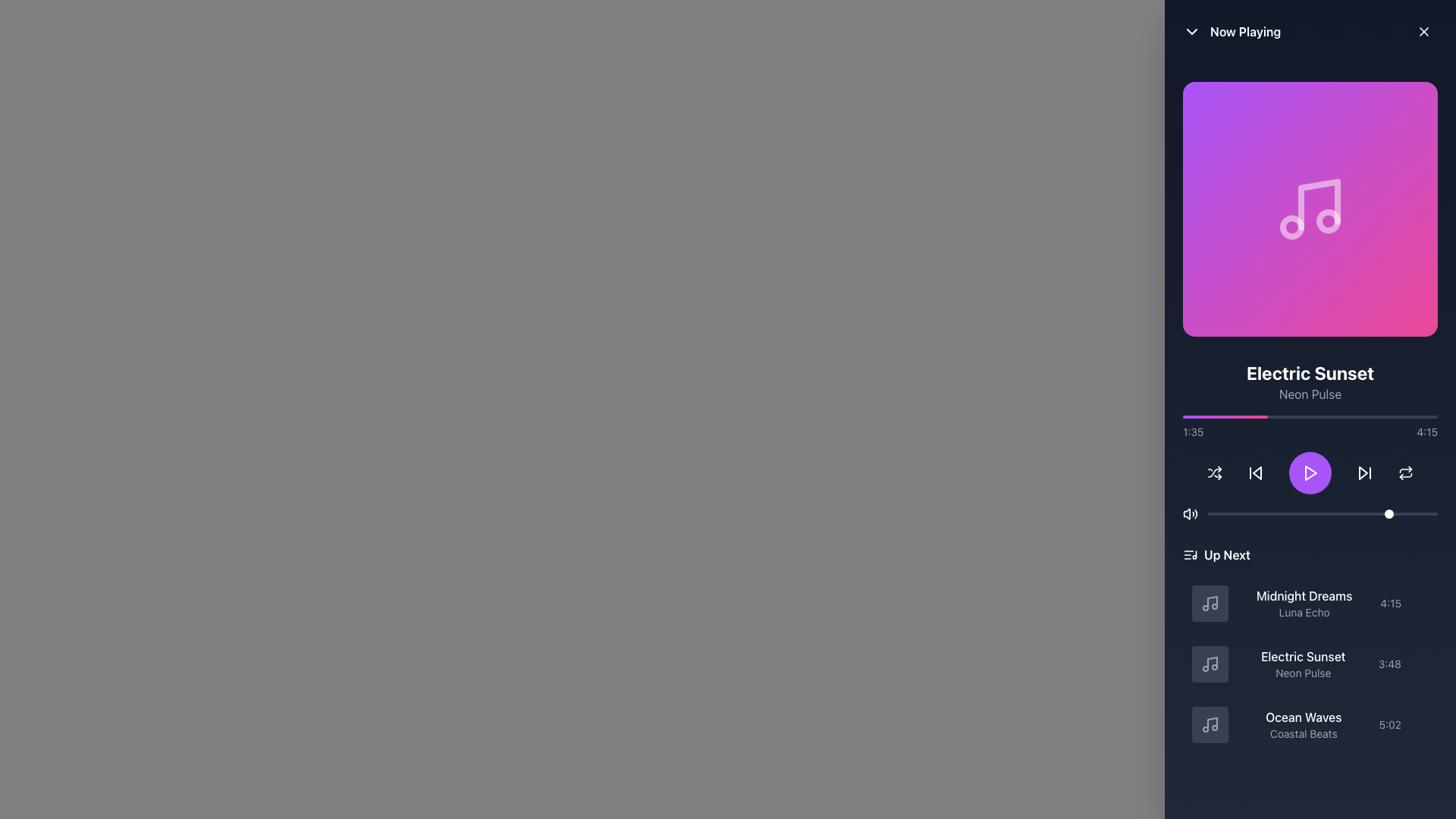 This screenshot has height=819, width=1456. Describe the element at coordinates (1303, 733) in the screenshot. I see `displayed text of the Text label located below the title 'Ocean Waves' in the 'Up Next' list` at that location.